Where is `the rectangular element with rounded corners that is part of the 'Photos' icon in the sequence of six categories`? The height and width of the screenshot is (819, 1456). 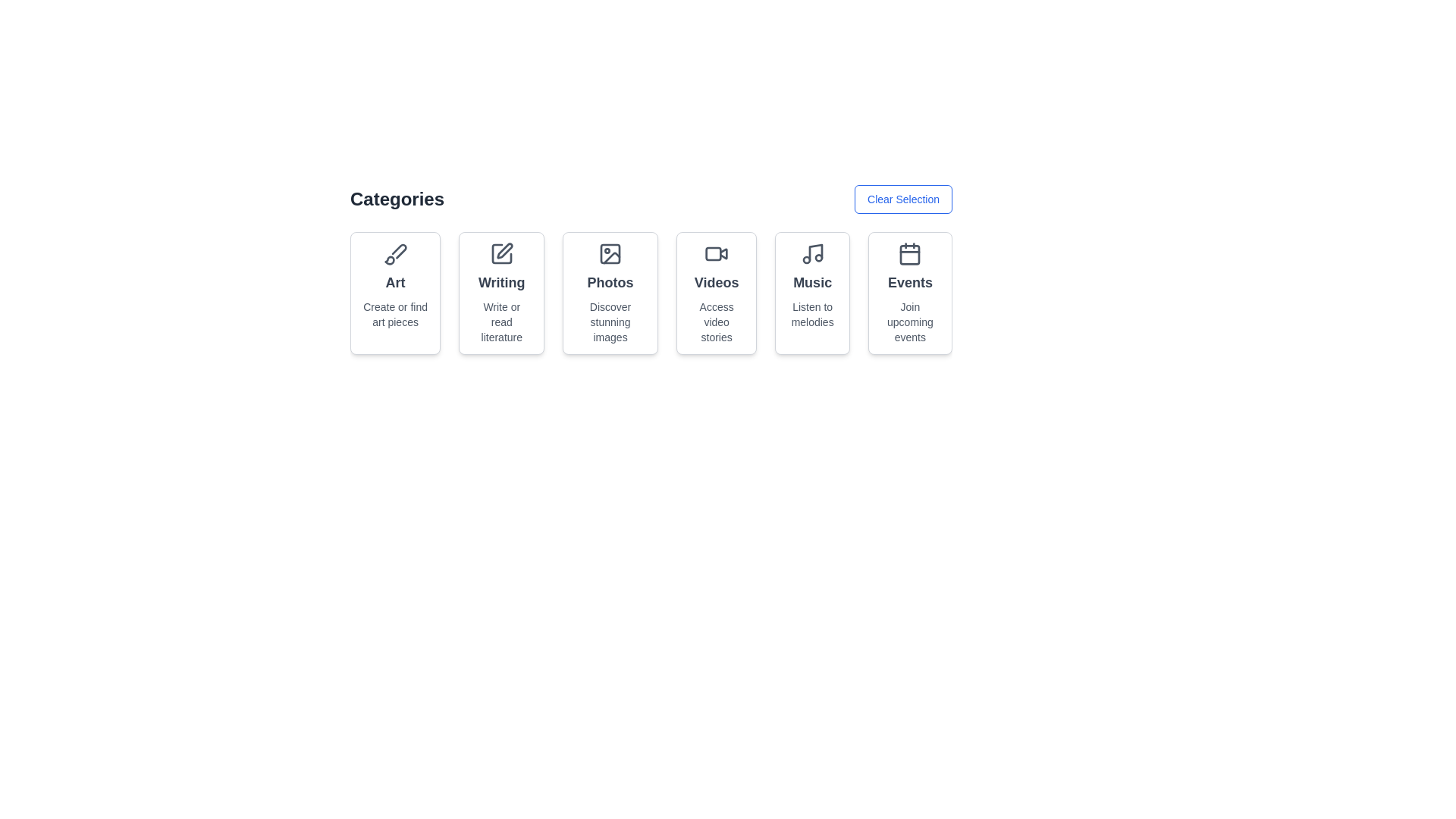 the rectangular element with rounded corners that is part of the 'Photos' icon in the sequence of six categories is located at coordinates (610, 253).